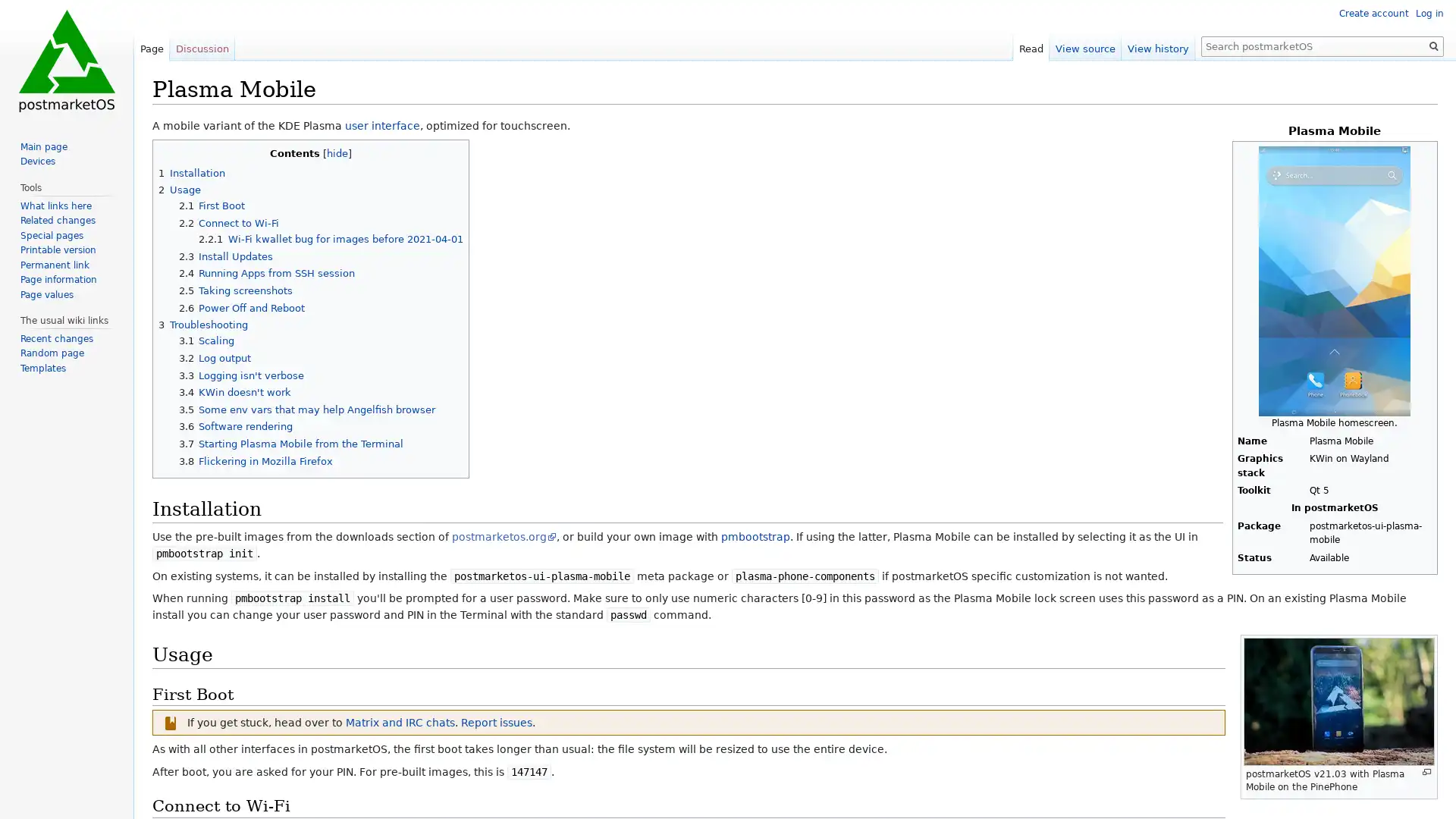  What do you see at coordinates (1433, 45) in the screenshot?
I see `Go` at bounding box center [1433, 45].